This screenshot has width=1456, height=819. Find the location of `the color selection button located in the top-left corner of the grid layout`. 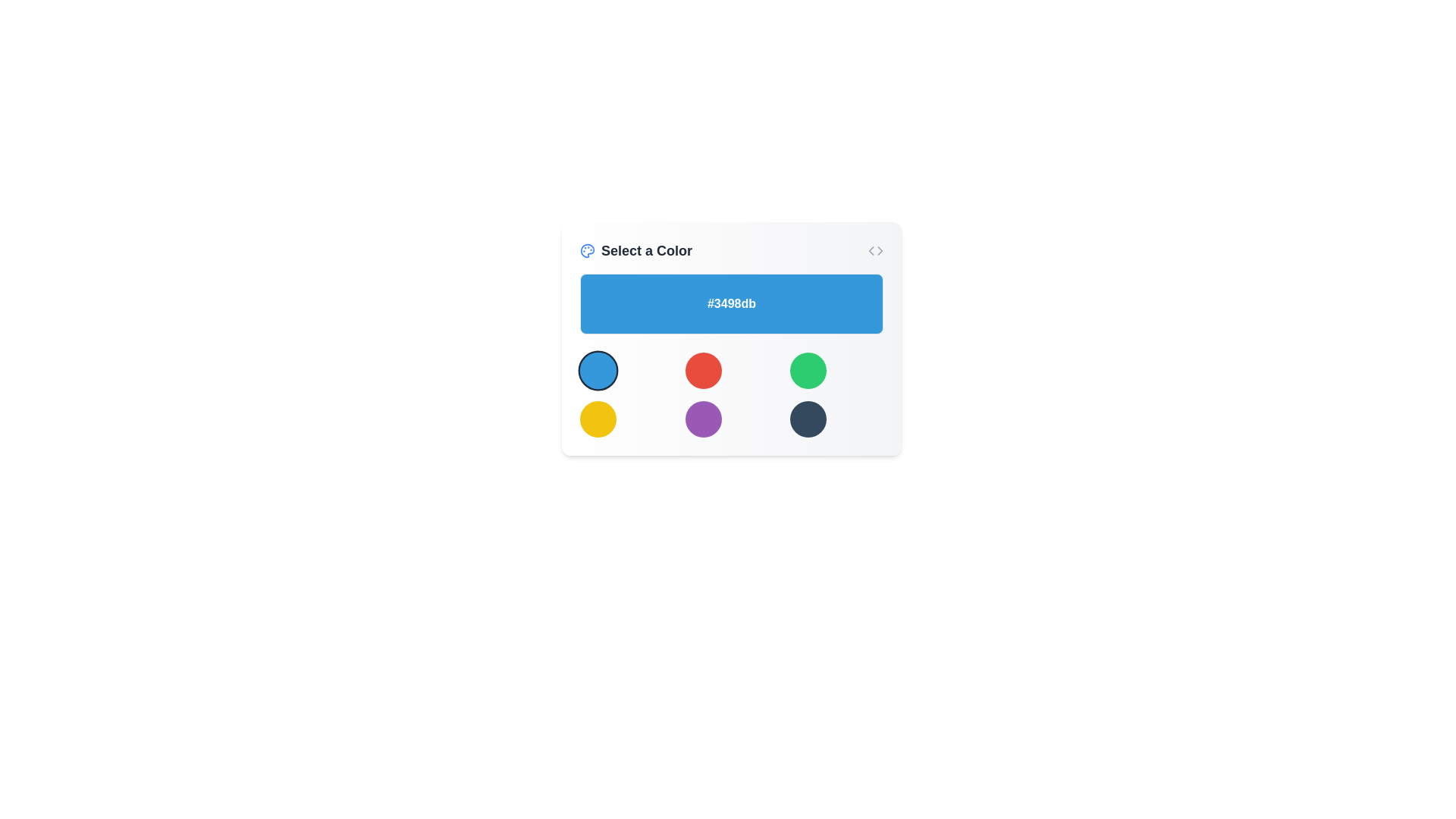

the color selection button located in the top-left corner of the grid layout is located at coordinates (597, 371).